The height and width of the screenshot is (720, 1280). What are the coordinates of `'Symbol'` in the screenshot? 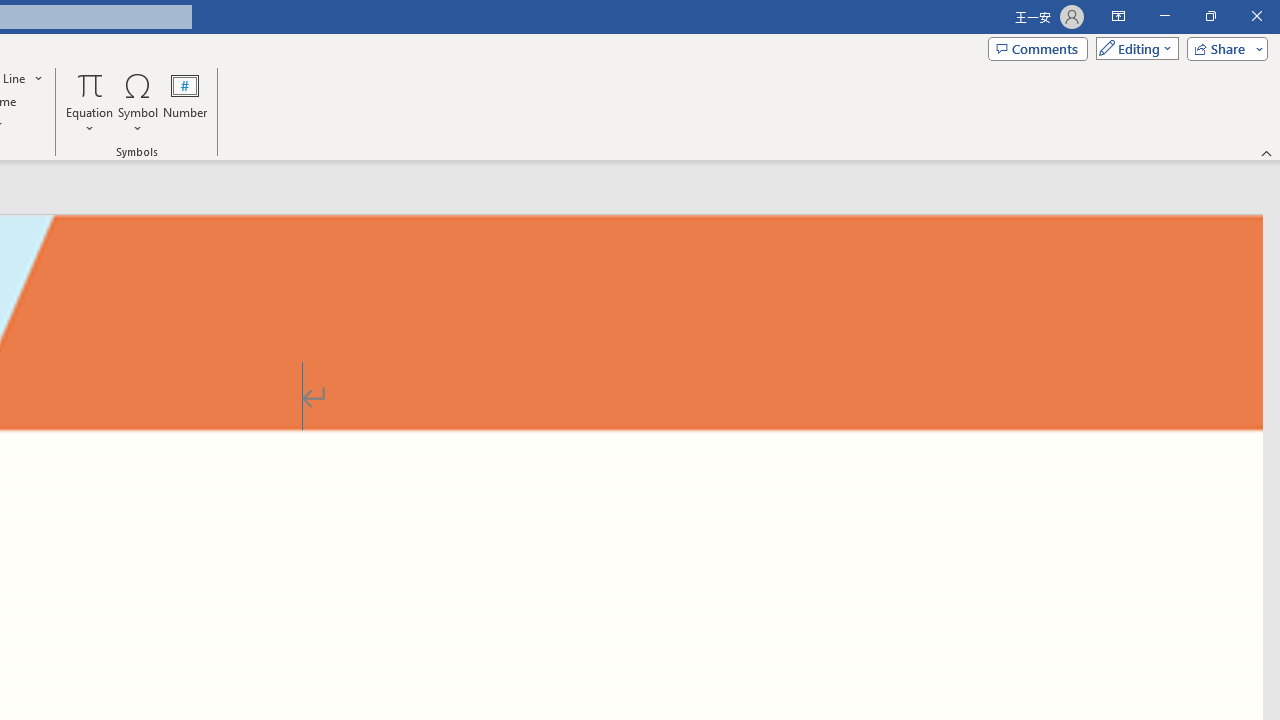 It's located at (137, 103).